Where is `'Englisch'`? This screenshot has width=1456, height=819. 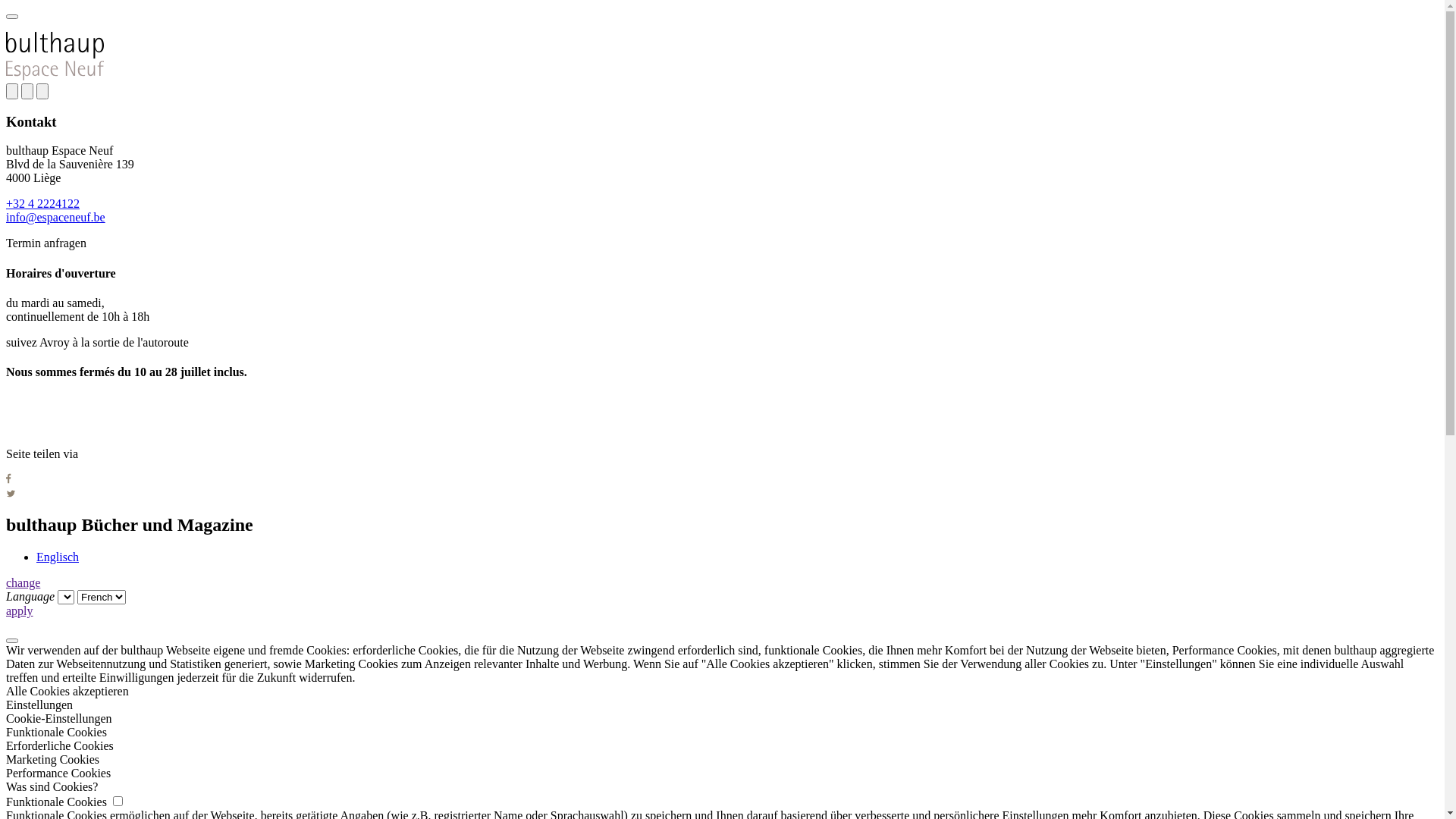 'Englisch' is located at coordinates (58, 557).